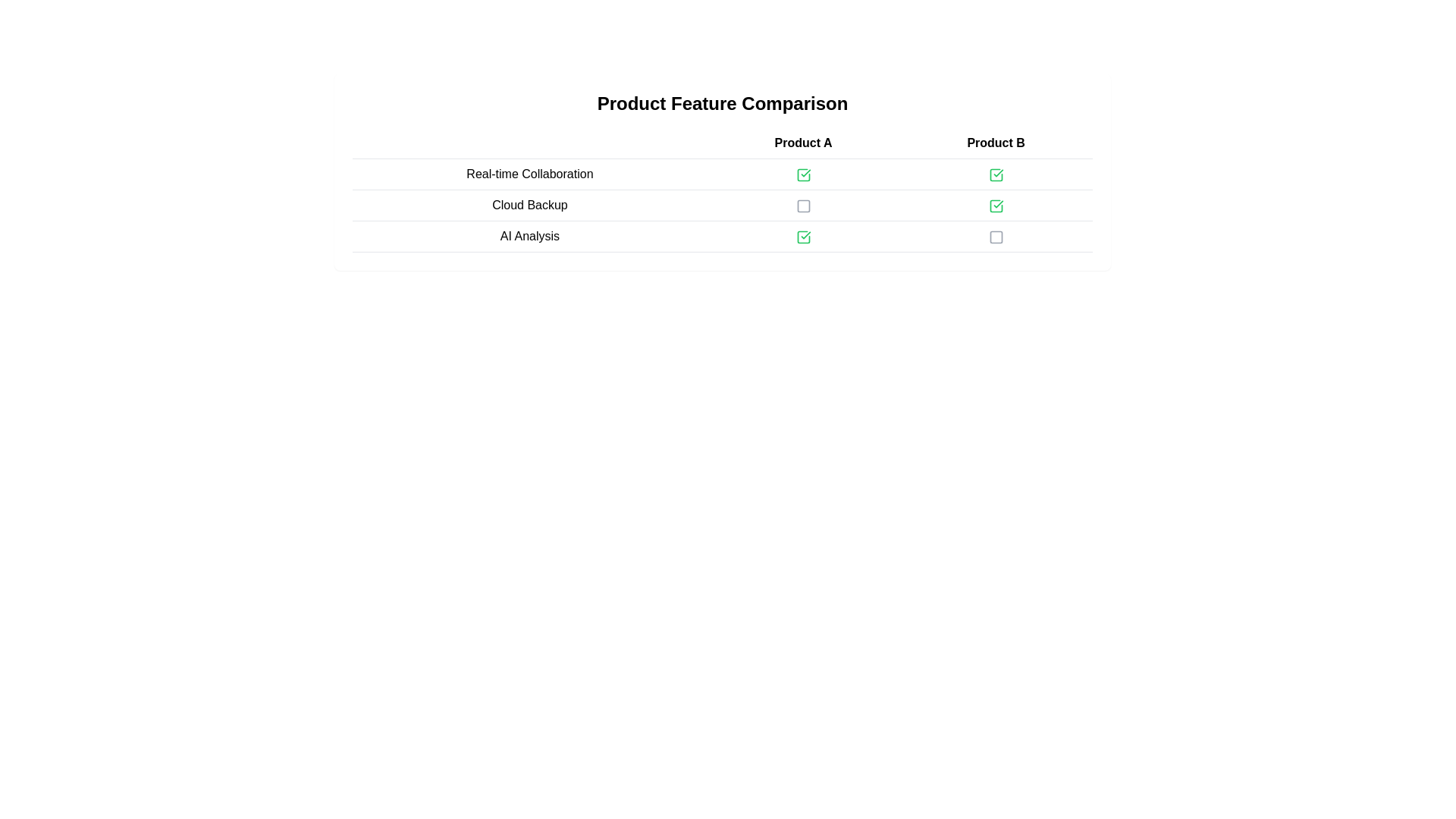 This screenshot has width=1456, height=819. Describe the element at coordinates (996, 237) in the screenshot. I see `the state icon in the third row and third column of the comparison table under 'Product B', adjacent to 'AI Analysis'` at that location.